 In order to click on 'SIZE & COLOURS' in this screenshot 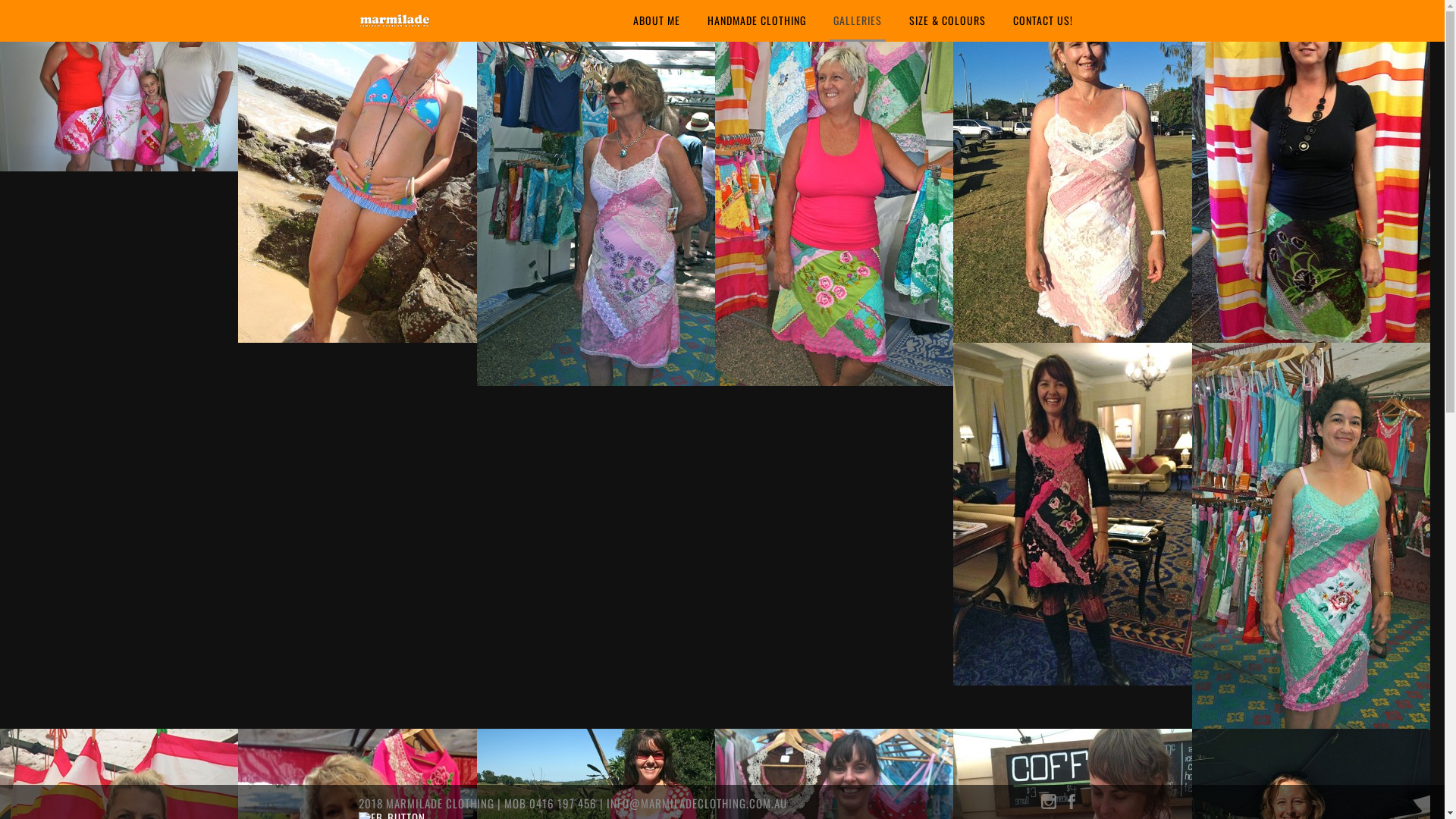, I will do `click(905, 20)`.